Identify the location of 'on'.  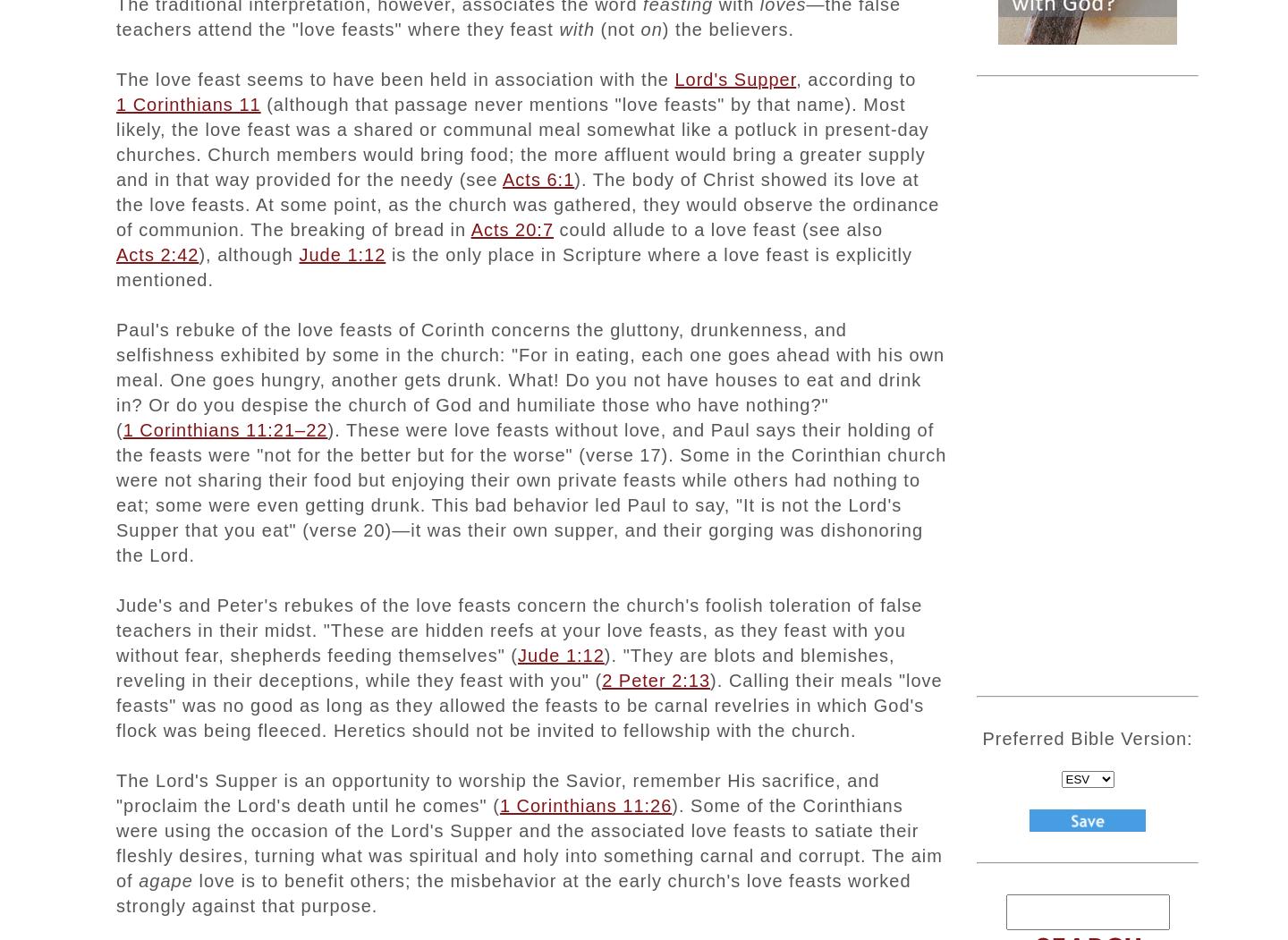
(640, 28).